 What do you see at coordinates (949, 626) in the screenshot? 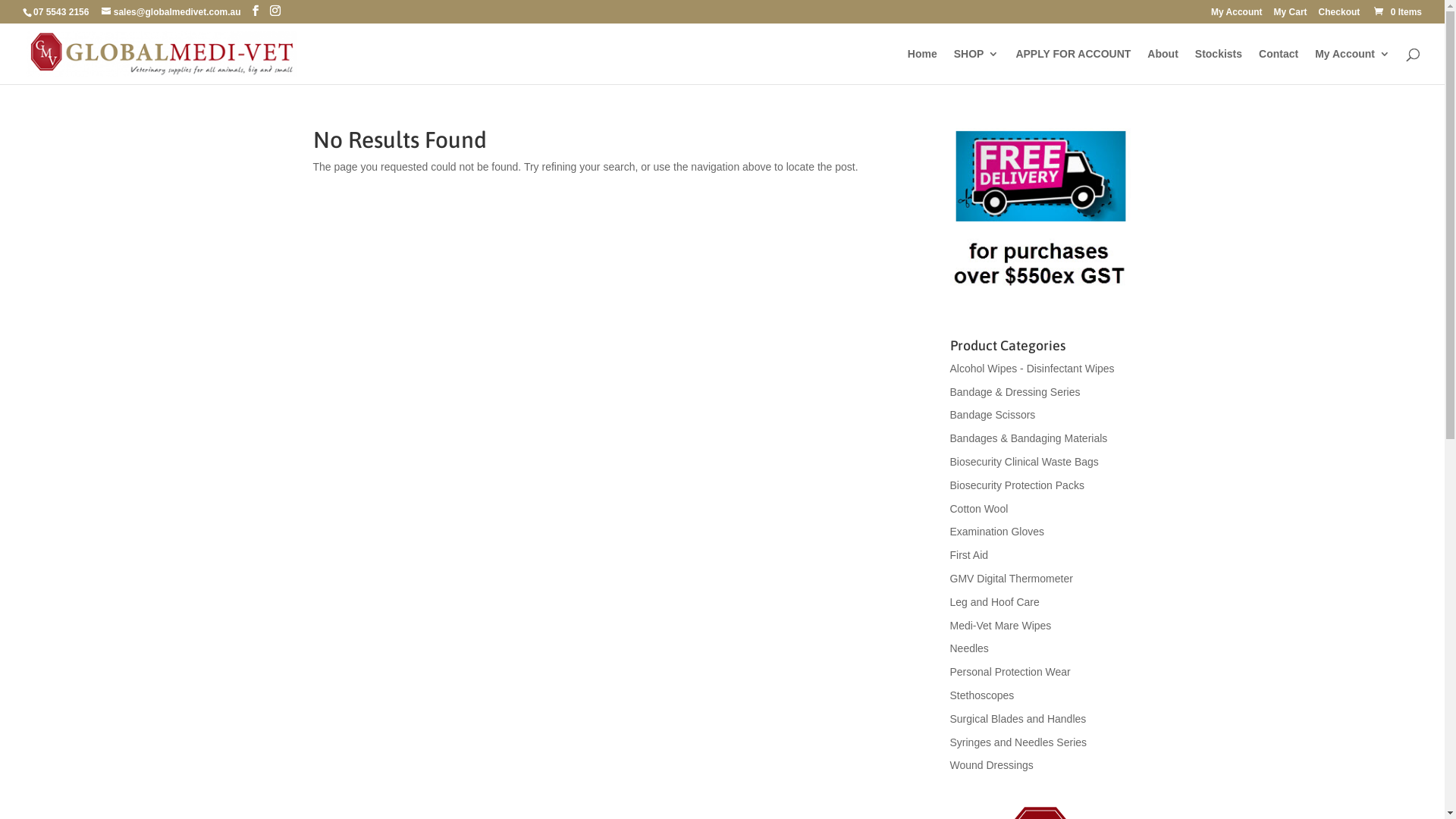
I see `'Medi-Vet Mare Wipes'` at bounding box center [949, 626].